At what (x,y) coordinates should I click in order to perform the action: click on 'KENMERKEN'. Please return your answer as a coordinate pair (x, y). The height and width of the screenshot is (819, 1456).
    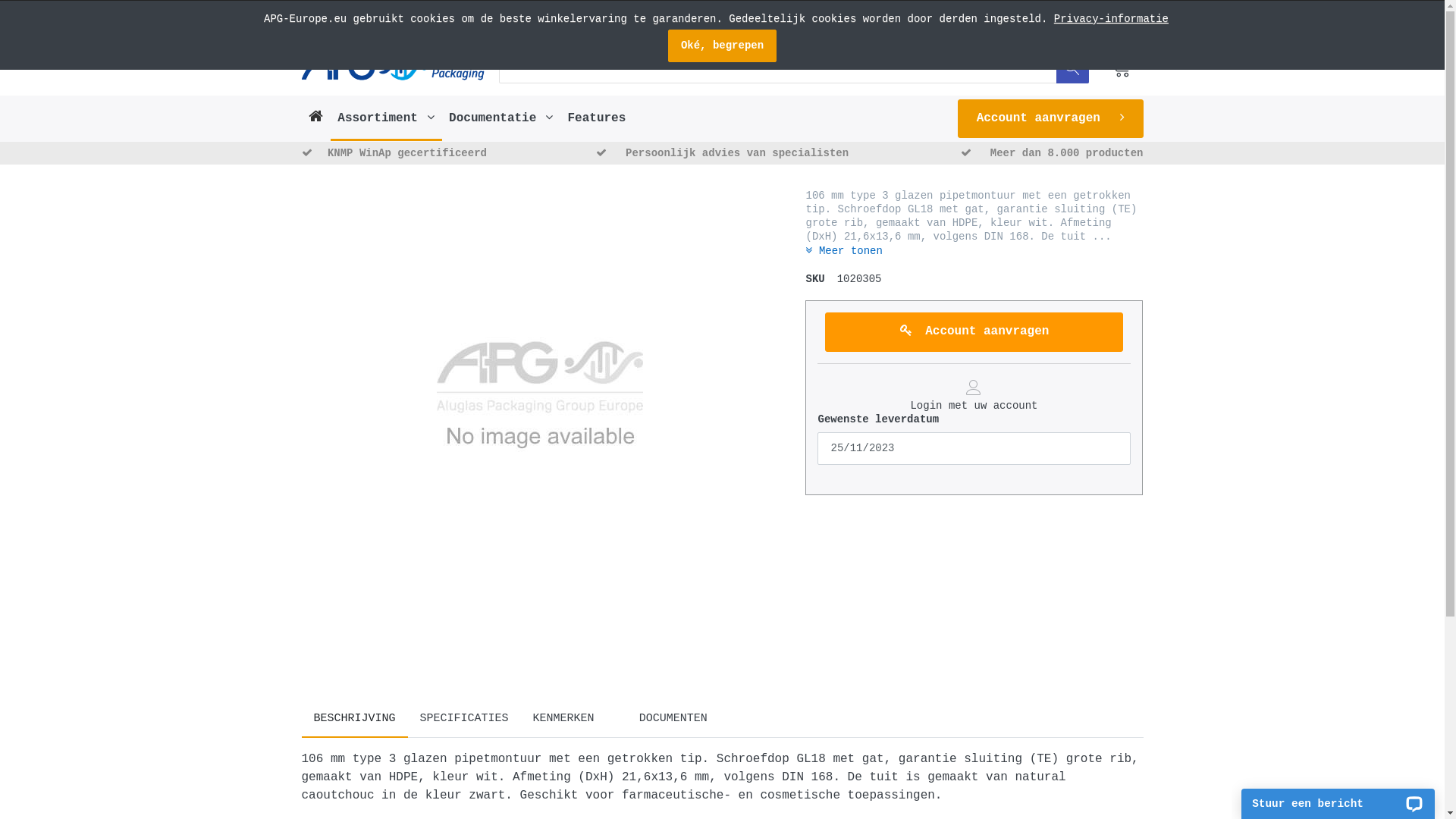
    Looking at the image, I should click on (520, 718).